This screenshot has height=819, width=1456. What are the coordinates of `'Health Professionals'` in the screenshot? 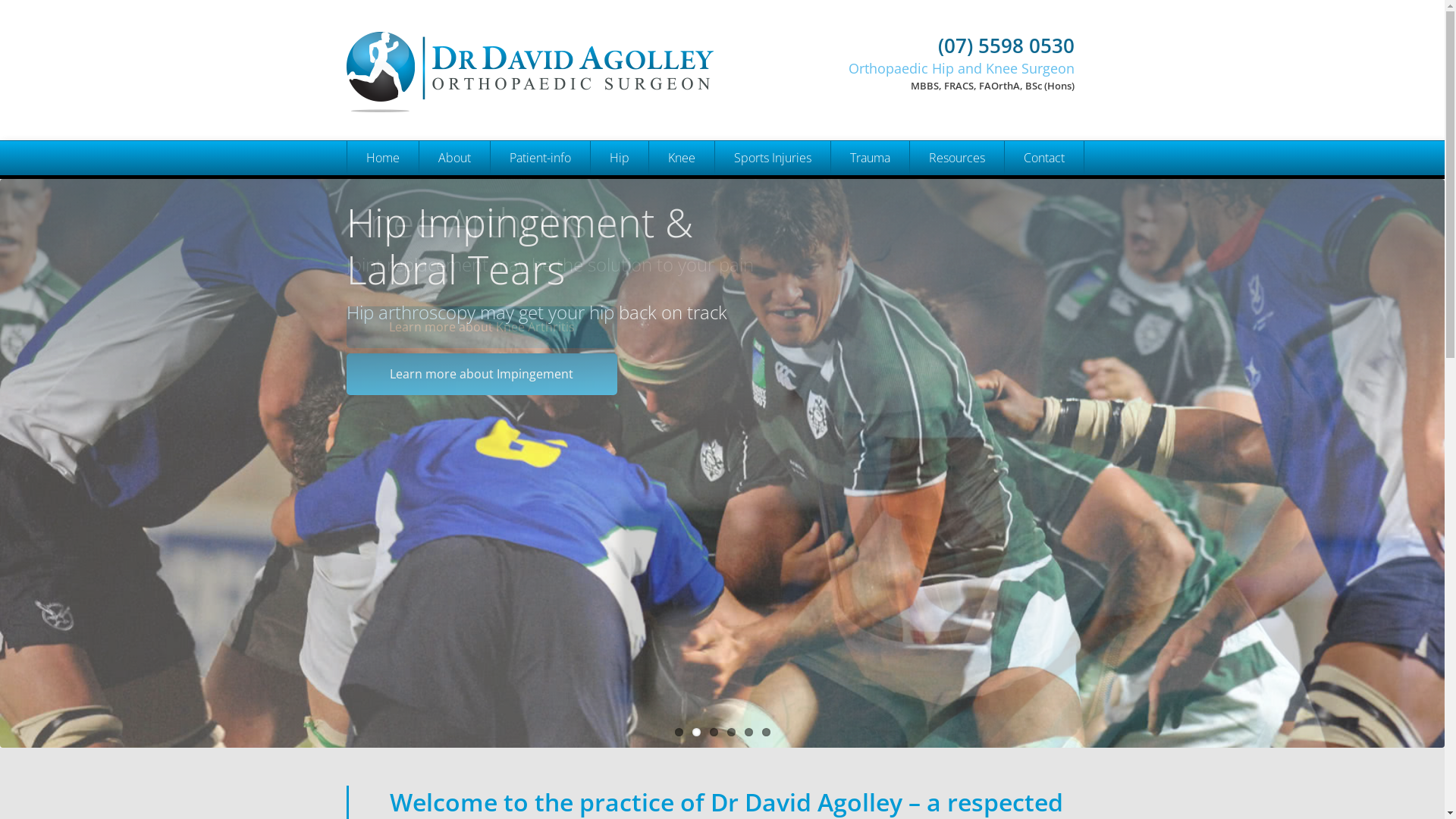 It's located at (955, 191).